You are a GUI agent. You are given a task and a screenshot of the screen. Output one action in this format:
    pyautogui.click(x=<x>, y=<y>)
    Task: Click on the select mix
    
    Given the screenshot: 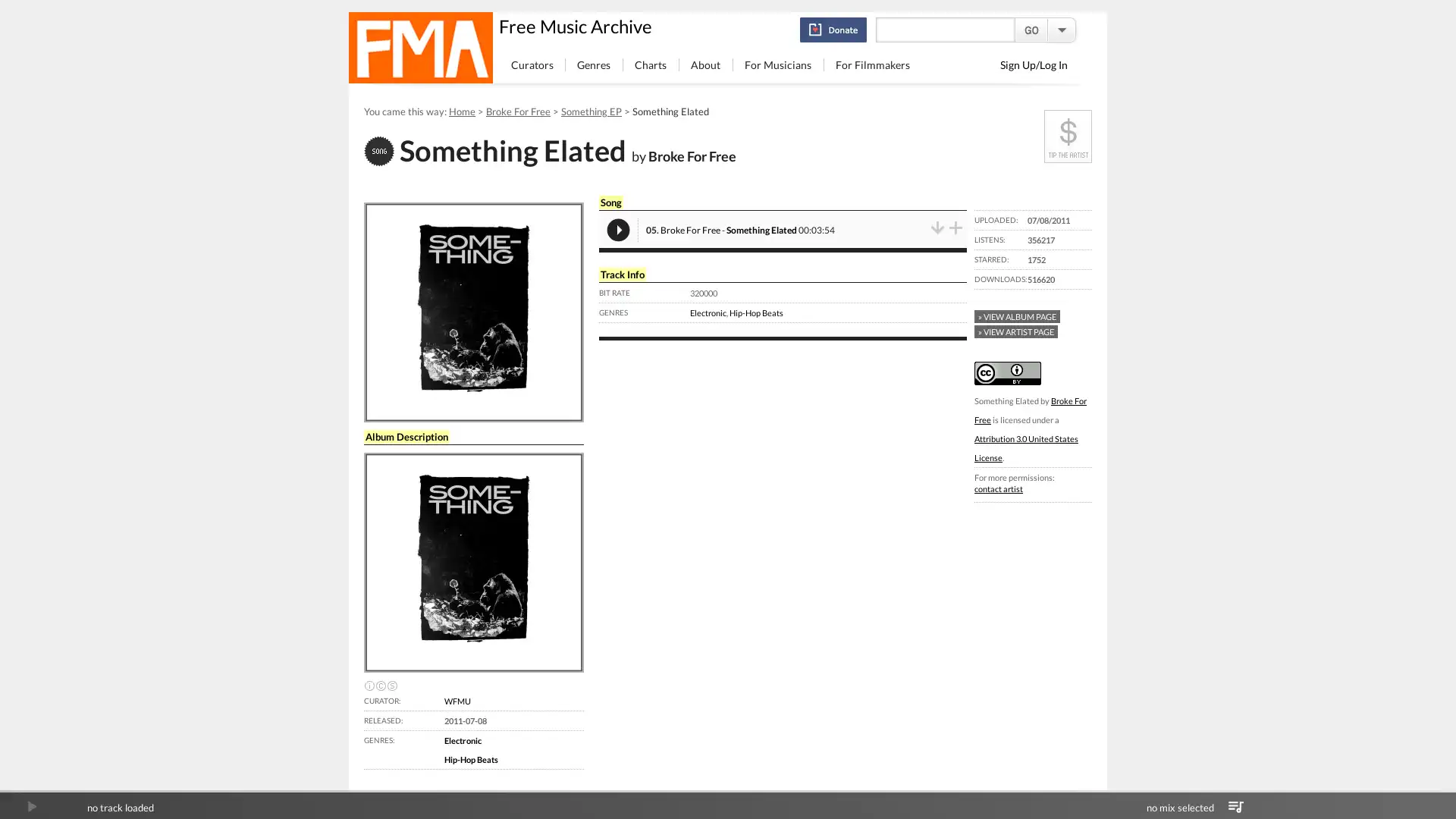 What is the action you would take?
    pyautogui.click(x=1235, y=806)
    